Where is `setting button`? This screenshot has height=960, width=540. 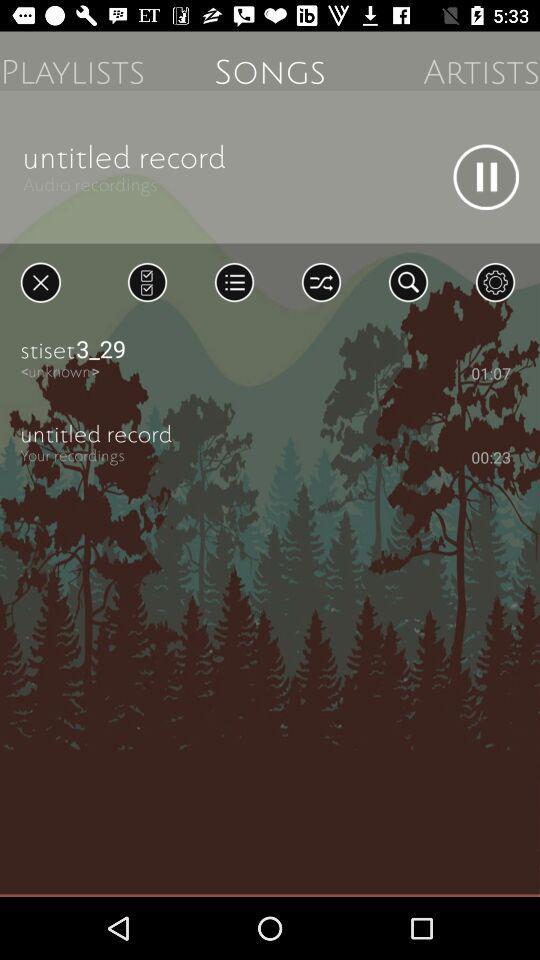 setting button is located at coordinates (494, 281).